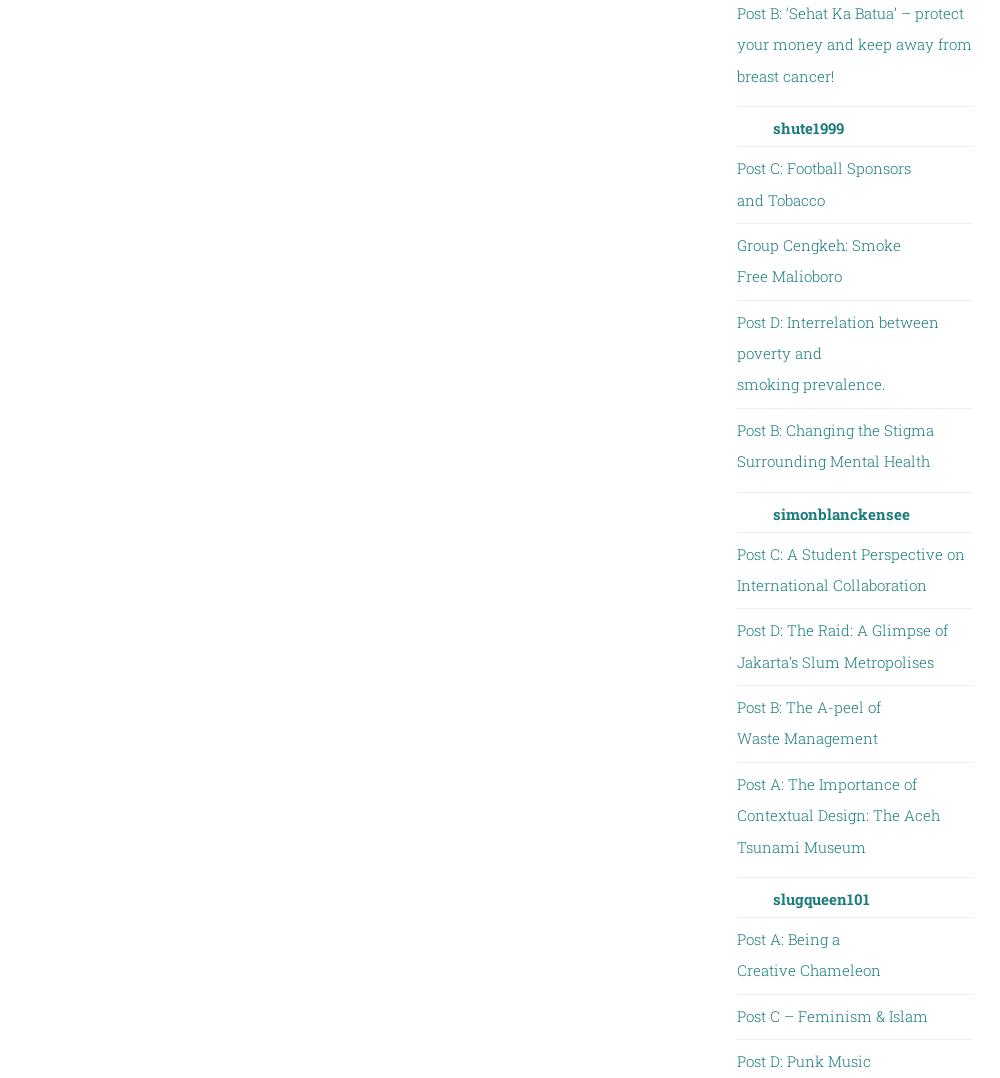 The height and width of the screenshot is (1078, 1000). I want to click on 'Post C: Football Sponsors and Tobacco', so click(822, 182).